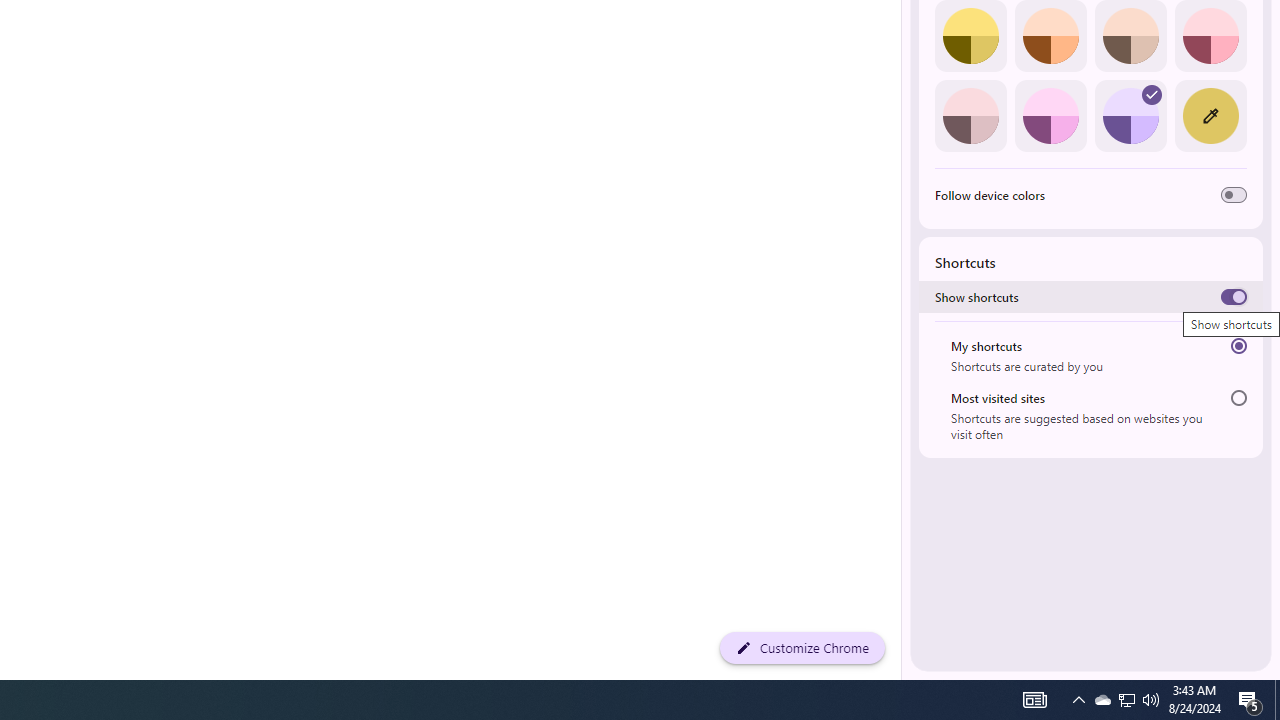  Describe the element at coordinates (970, 36) in the screenshot. I see `'Citron'` at that location.